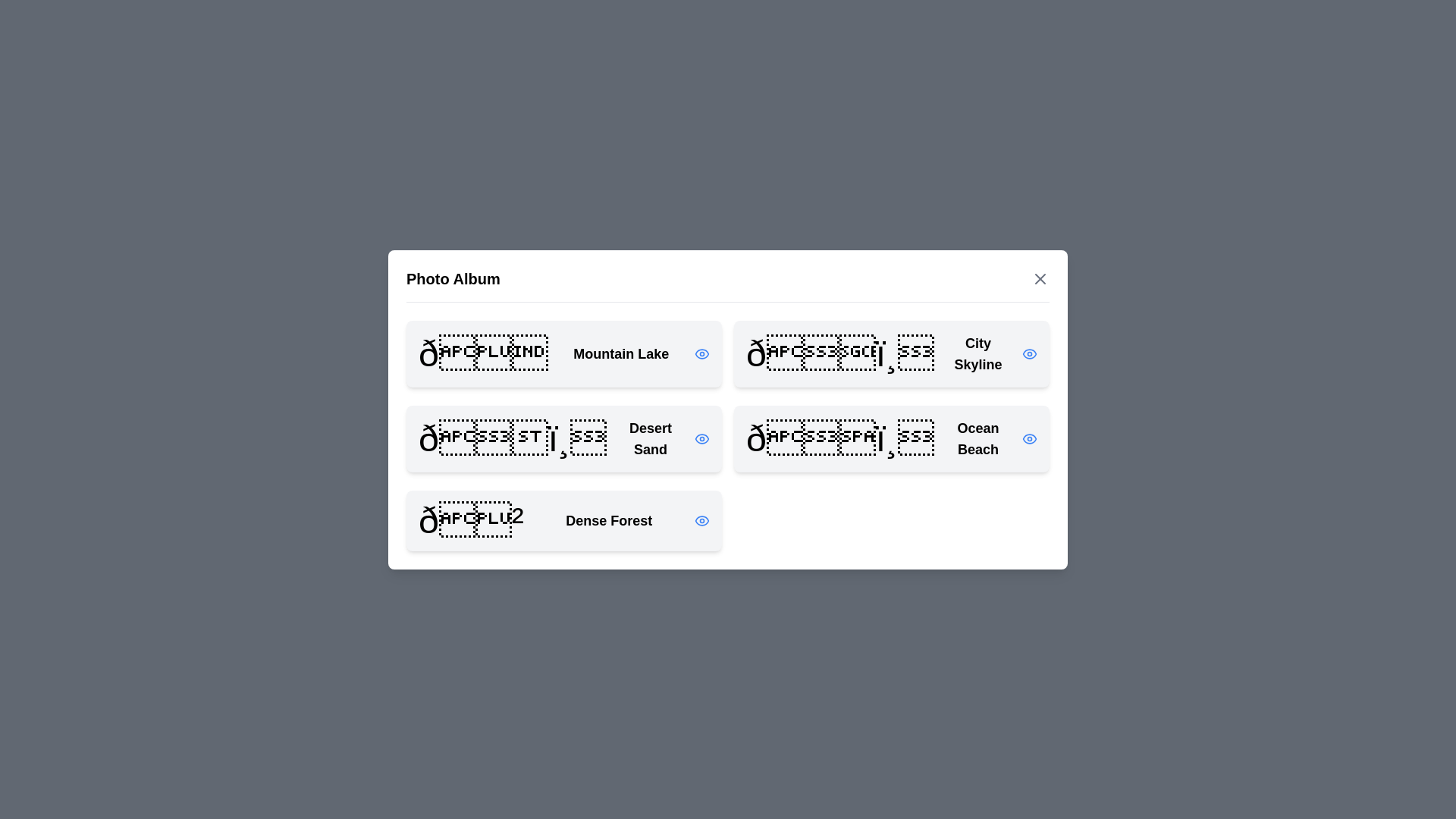  What do you see at coordinates (563, 353) in the screenshot?
I see `the photo titled Mountain Lake from the list` at bounding box center [563, 353].